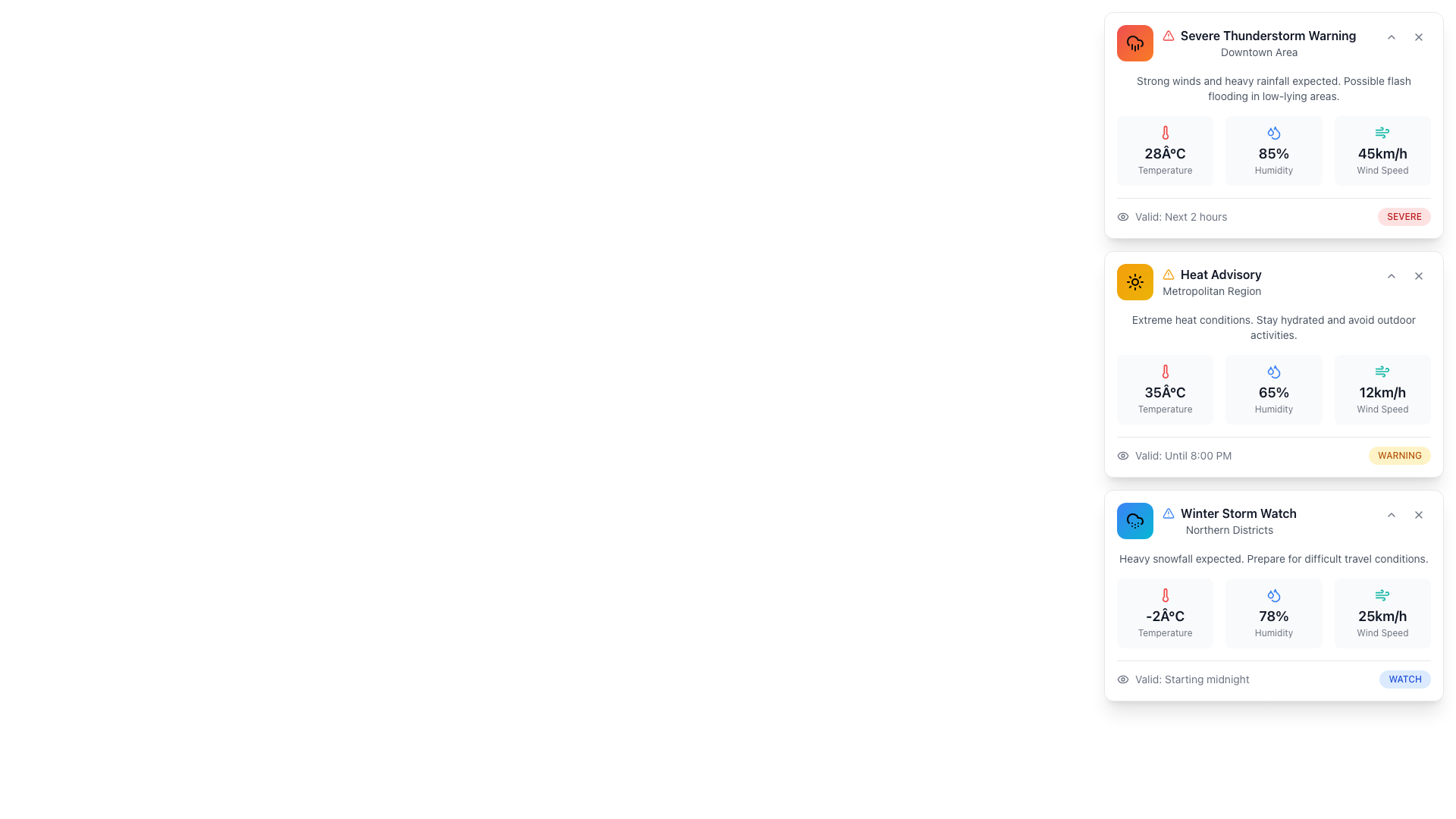 The image size is (1456, 819). Describe the element at coordinates (1382, 391) in the screenshot. I see `wind speed value displayed in the 'Wind Speed' section of the 'Heat Advisory' card, which is located to the right of the main information area and adjacent to a teal wind icon` at that location.